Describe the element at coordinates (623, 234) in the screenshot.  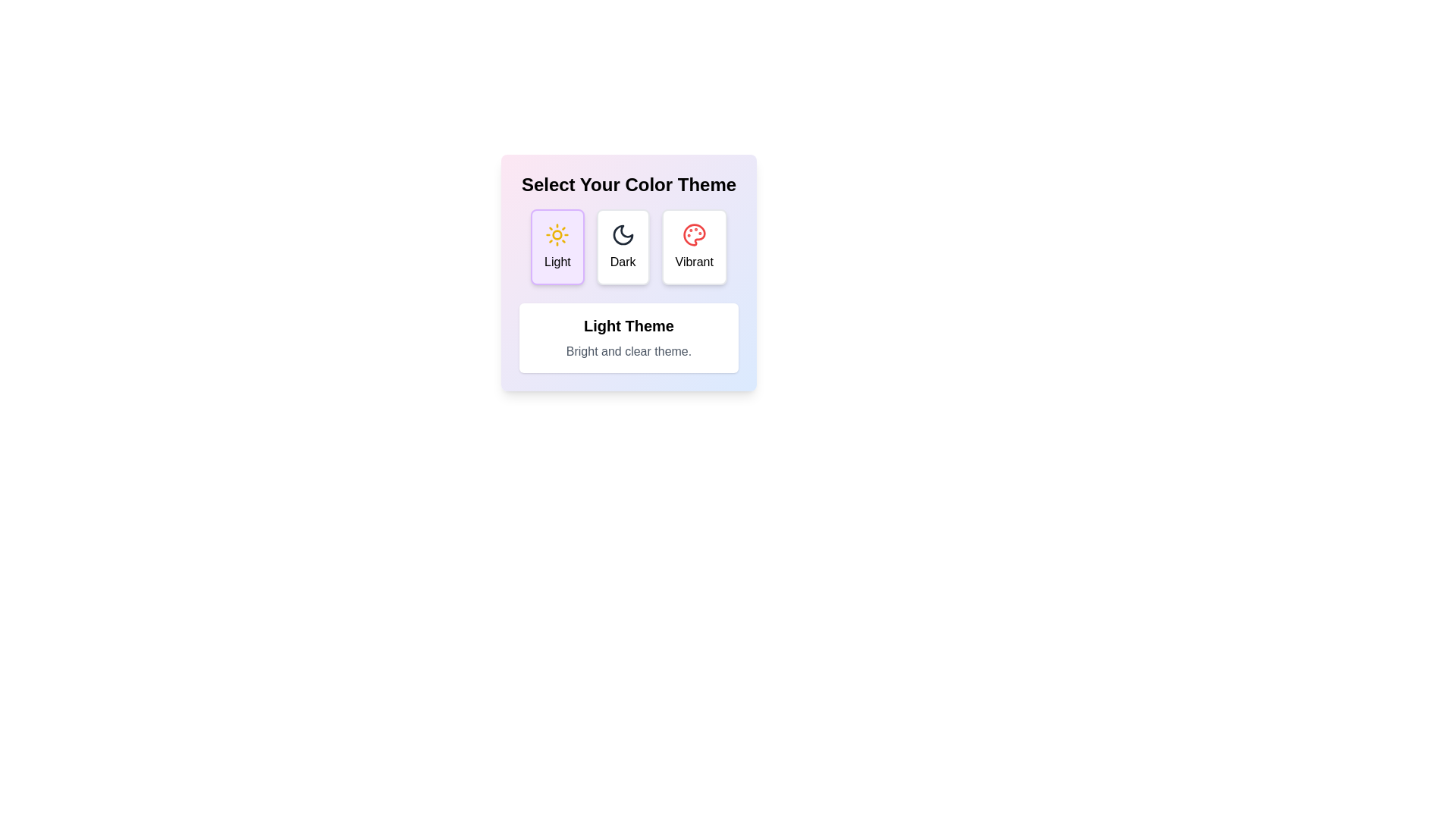
I see `the dark gray moon icon located in the center of the 'Dark' theme card` at that location.